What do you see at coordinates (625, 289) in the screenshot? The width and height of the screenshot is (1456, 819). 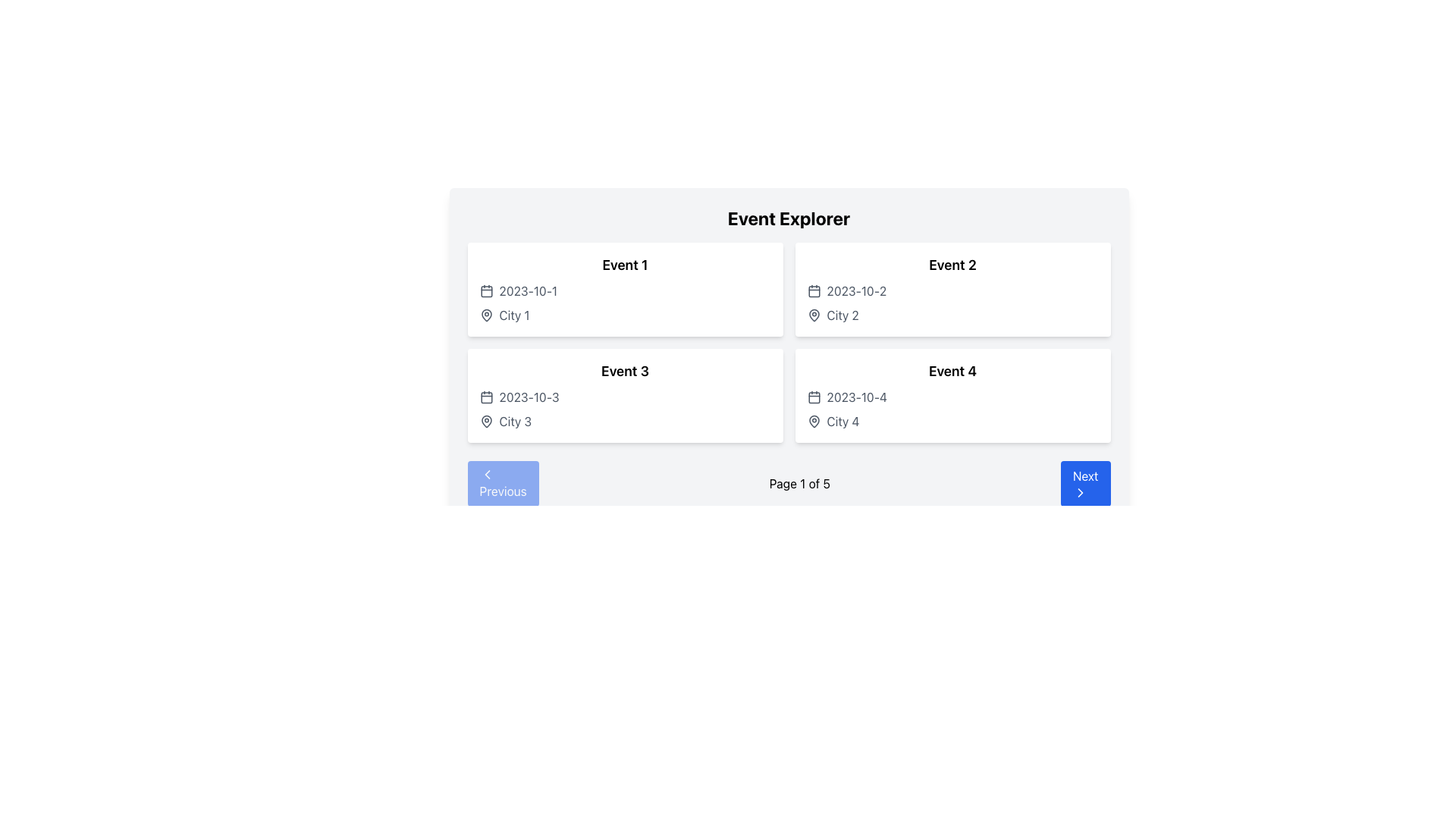 I see `the event card located in the top-left corner of the grid layout` at bounding box center [625, 289].